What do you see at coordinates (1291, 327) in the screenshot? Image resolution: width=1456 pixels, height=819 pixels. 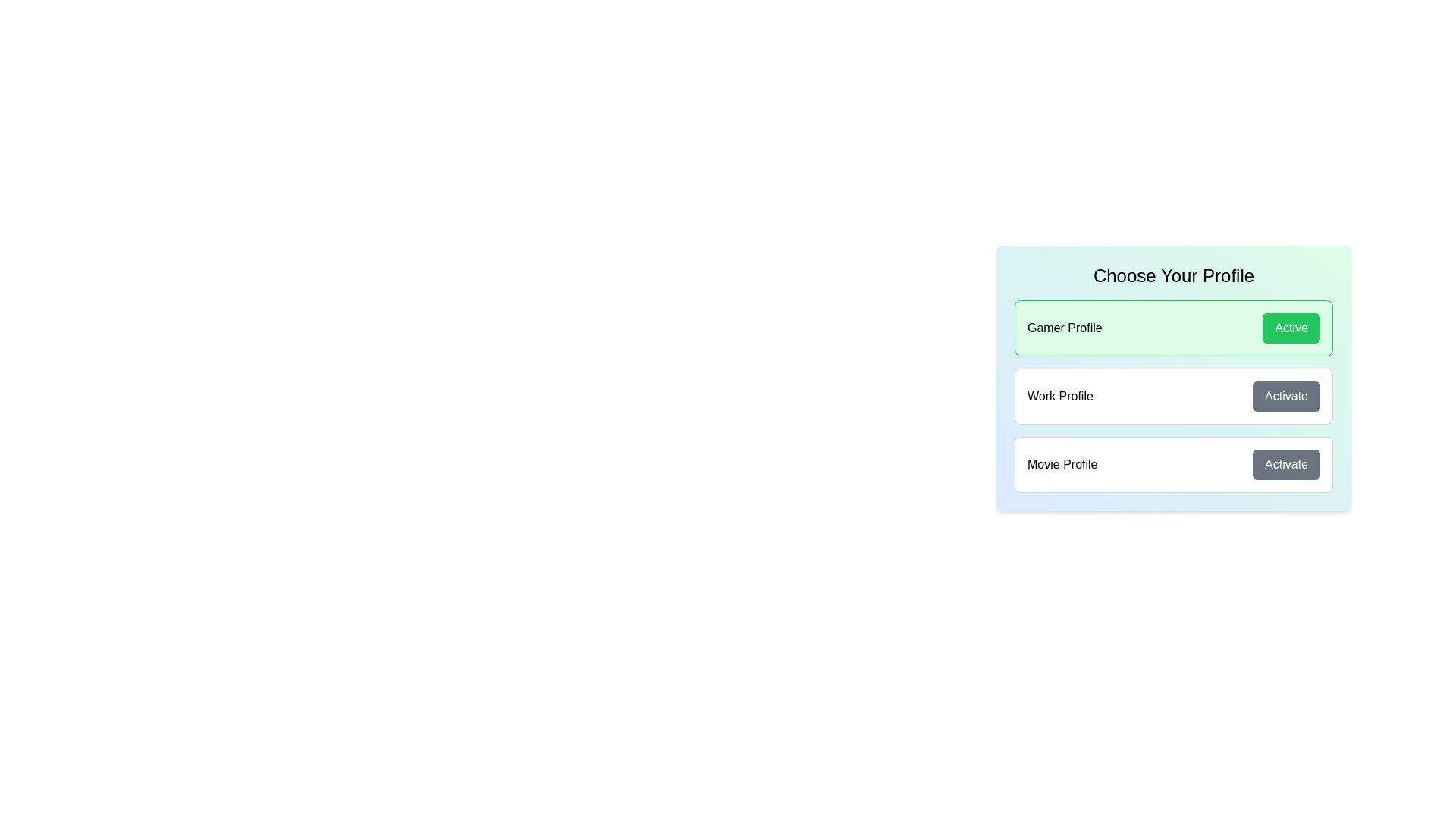 I see `'Active' button to toggle its state` at bounding box center [1291, 327].